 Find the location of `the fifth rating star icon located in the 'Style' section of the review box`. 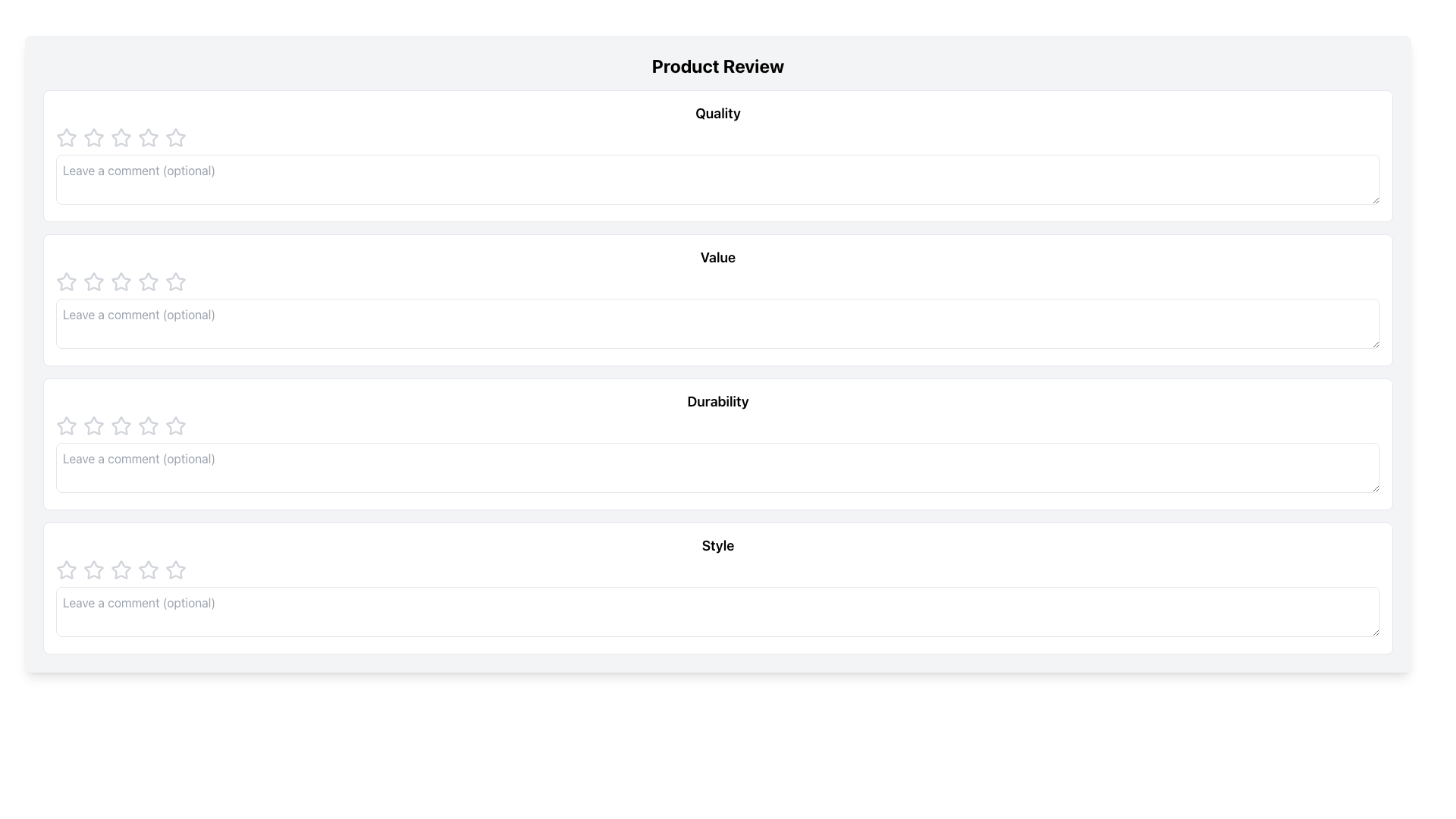

the fifth rating star icon located in the 'Style' section of the review box is located at coordinates (149, 570).